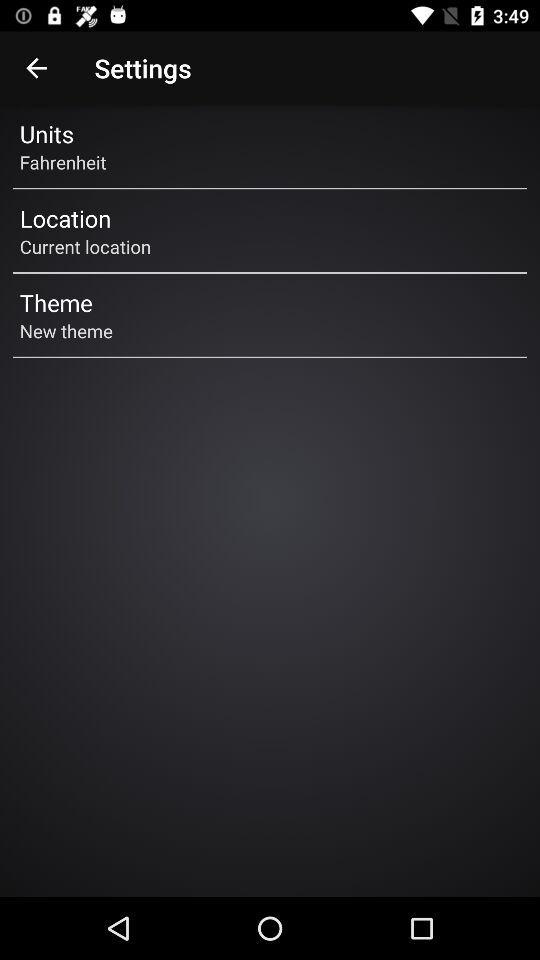 Image resolution: width=540 pixels, height=960 pixels. I want to click on the item to the left of the settings icon, so click(36, 68).